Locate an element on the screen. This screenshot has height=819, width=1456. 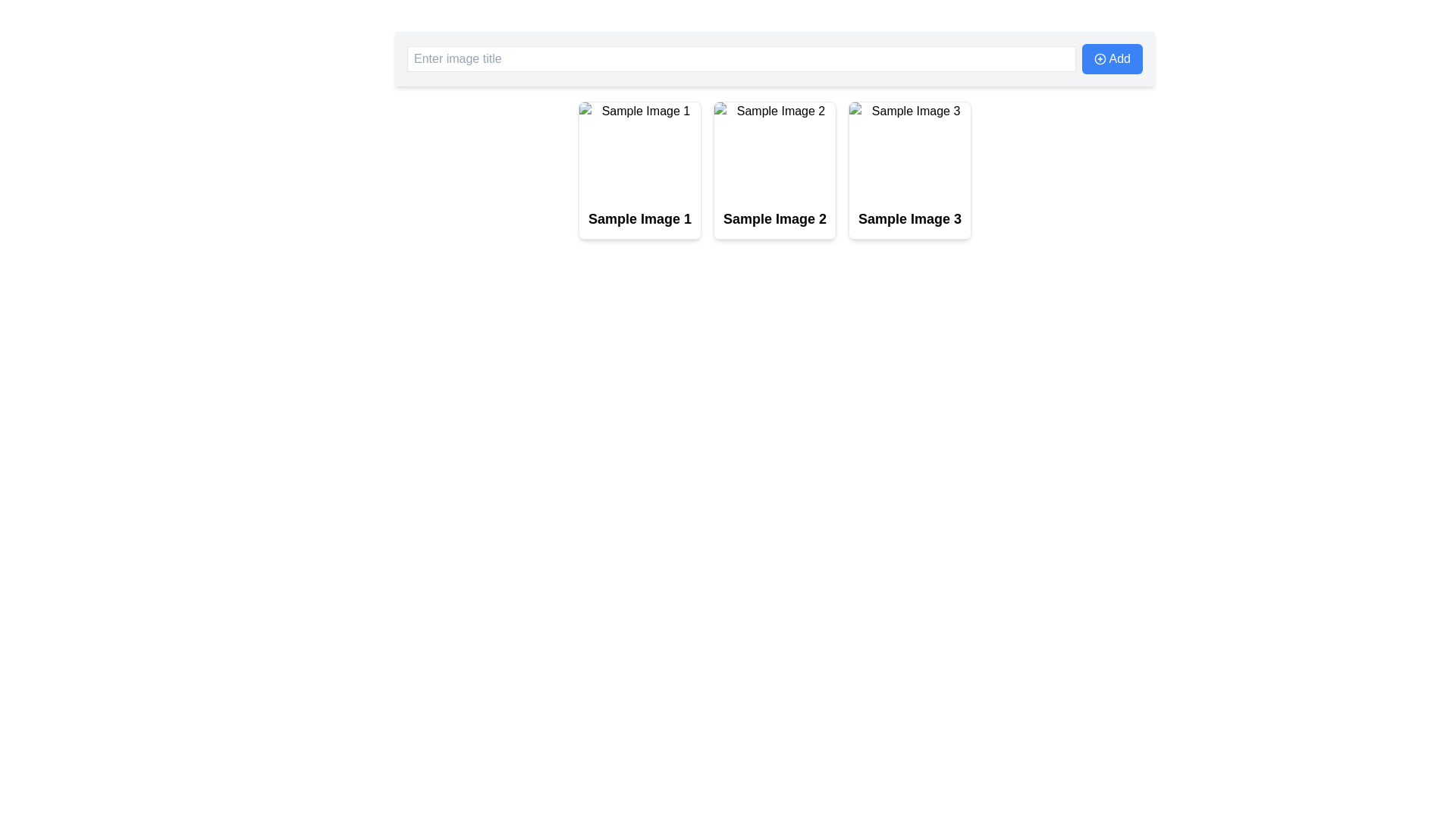
text label located at the bottom of the card titled 'Sample Image 3', which describes the card's content is located at coordinates (910, 219).